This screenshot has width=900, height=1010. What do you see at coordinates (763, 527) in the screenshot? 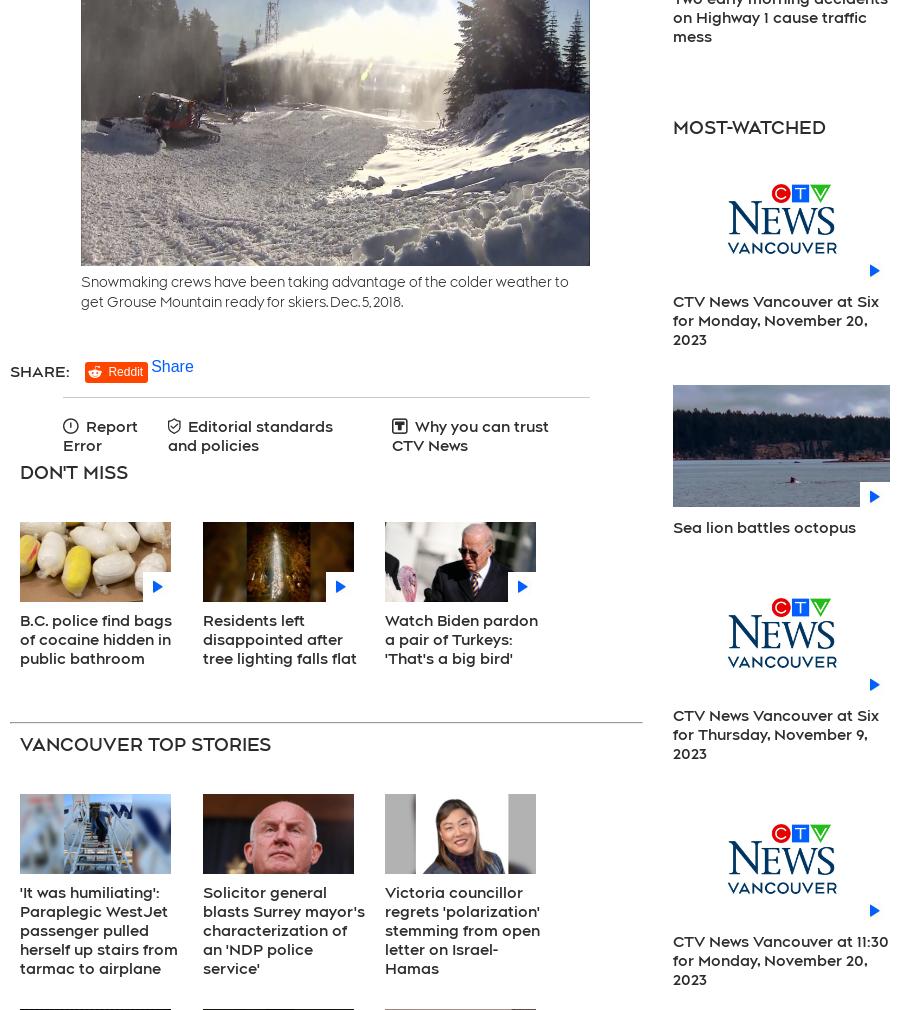
I see `'Sea lion battles octopus'` at bounding box center [763, 527].